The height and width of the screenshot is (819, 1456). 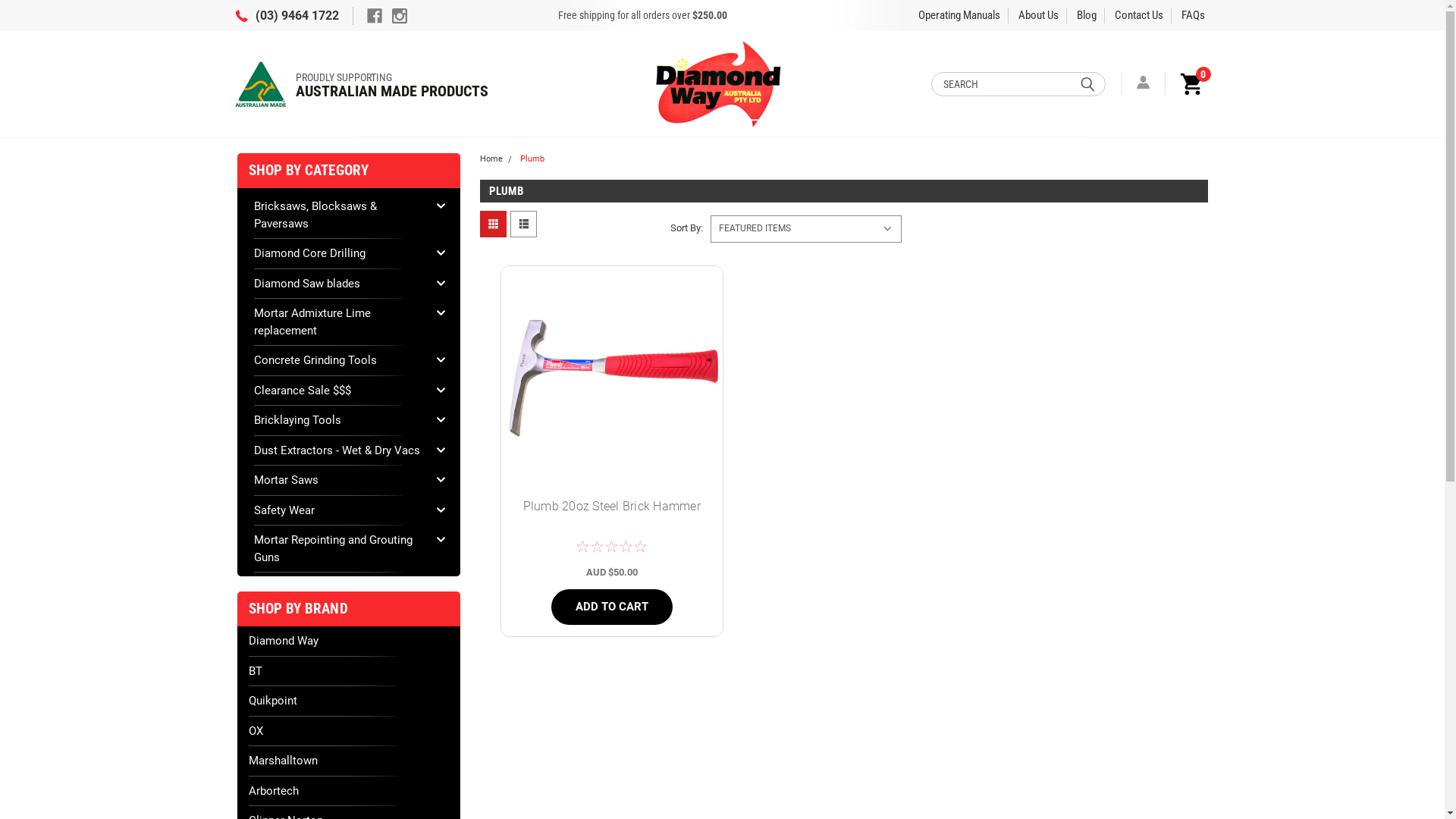 What do you see at coordinates (1037, 14) in the screenshot?
I see `'About Us'` at bounding box center [1037, 14].